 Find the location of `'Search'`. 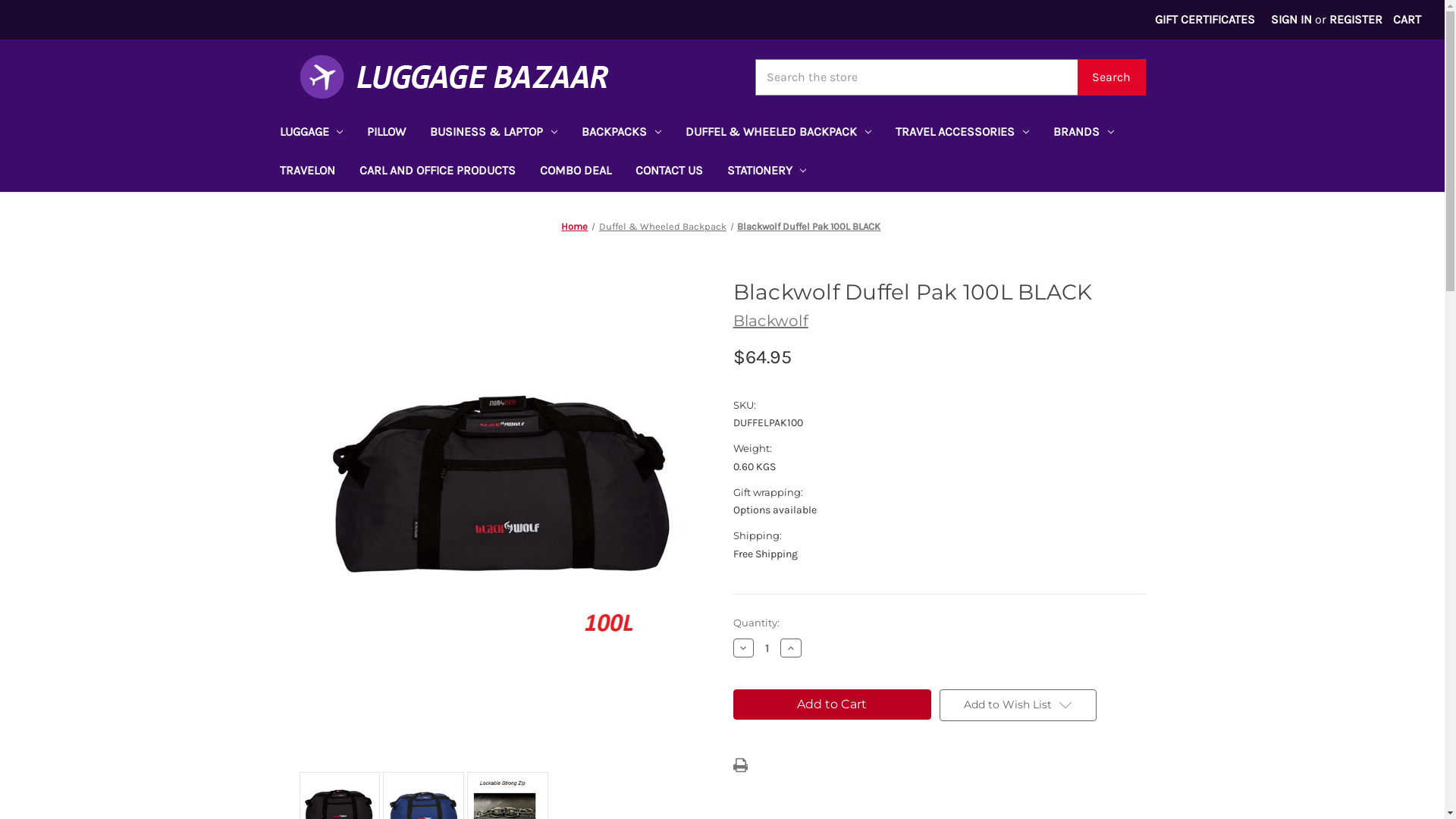

'Search' is located at coordinates (1076, 77).